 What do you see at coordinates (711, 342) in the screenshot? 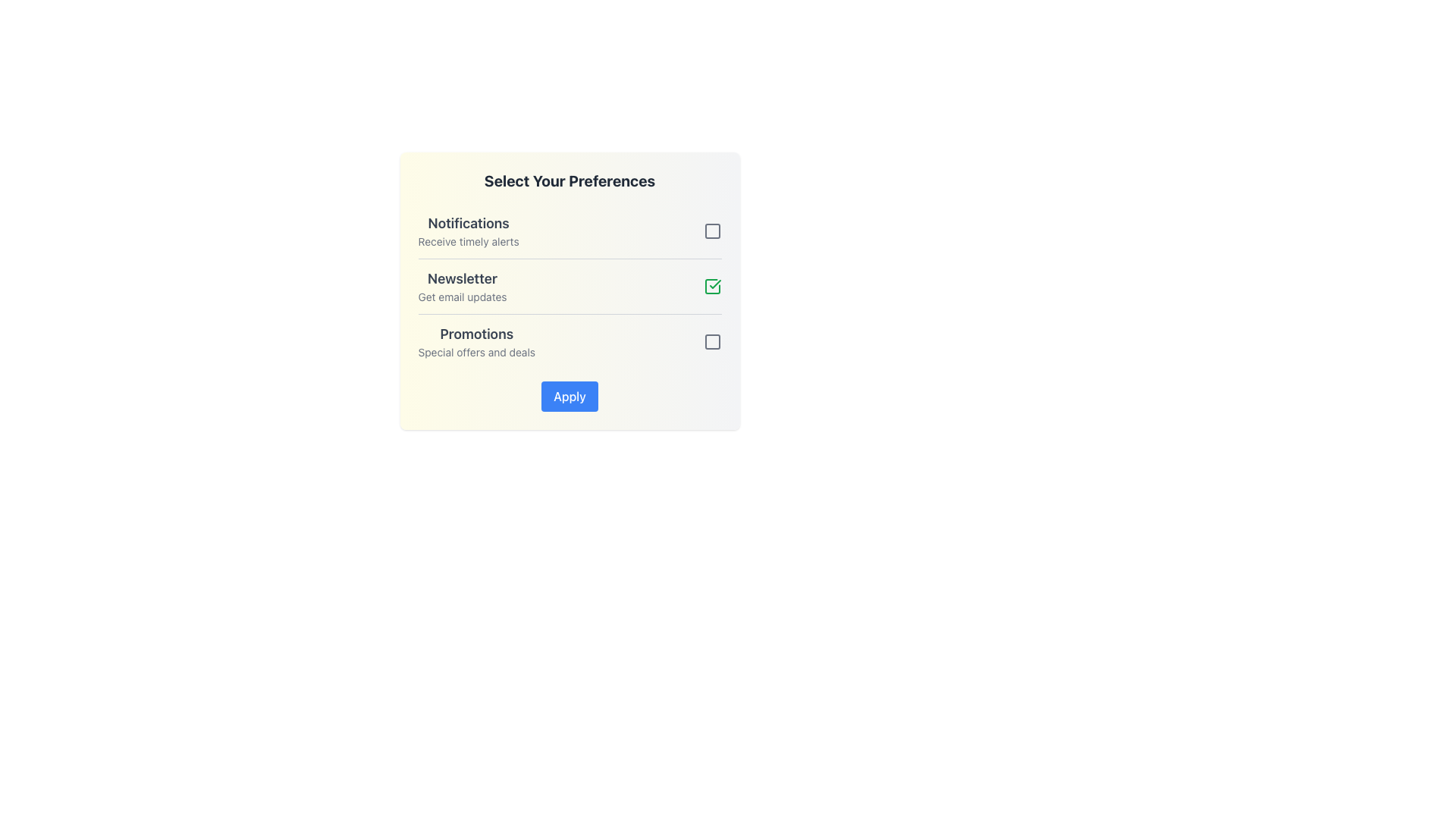
I see `the Interactive Checkbox located to the right of the 'Promotions' text in the 'Select Your Preferences' section for visual feedback` at bounding box center [711, 342].